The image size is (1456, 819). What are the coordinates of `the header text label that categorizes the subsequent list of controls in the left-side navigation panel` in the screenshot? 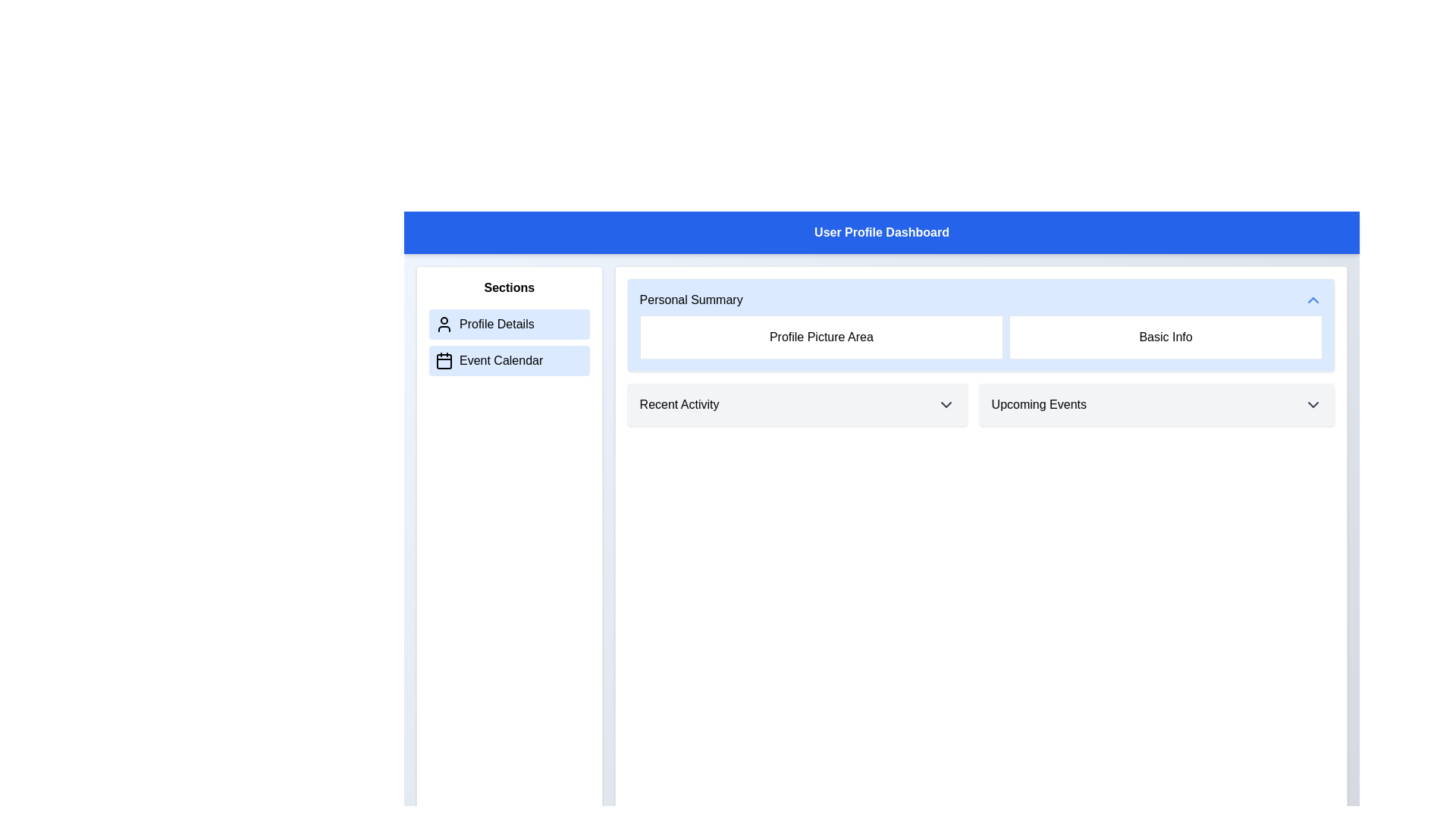 It's located at (509, 288).